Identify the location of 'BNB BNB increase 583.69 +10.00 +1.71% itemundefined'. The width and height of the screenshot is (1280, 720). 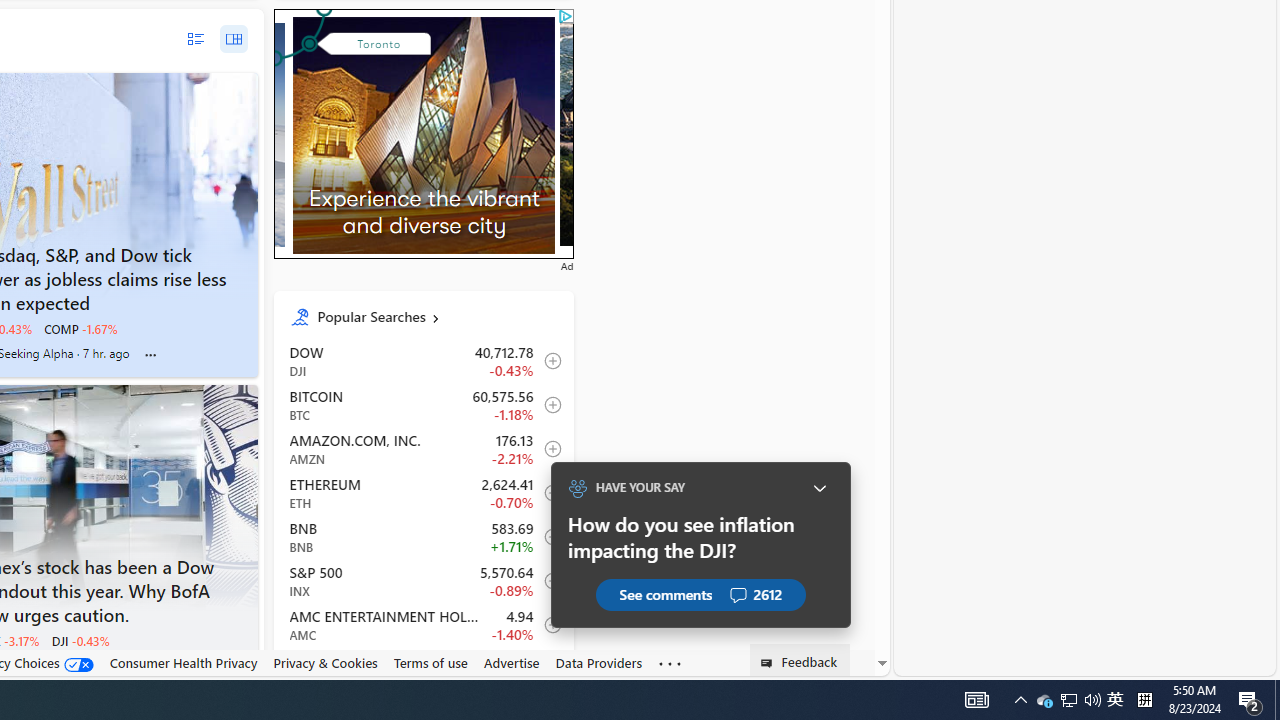
(422, 535).